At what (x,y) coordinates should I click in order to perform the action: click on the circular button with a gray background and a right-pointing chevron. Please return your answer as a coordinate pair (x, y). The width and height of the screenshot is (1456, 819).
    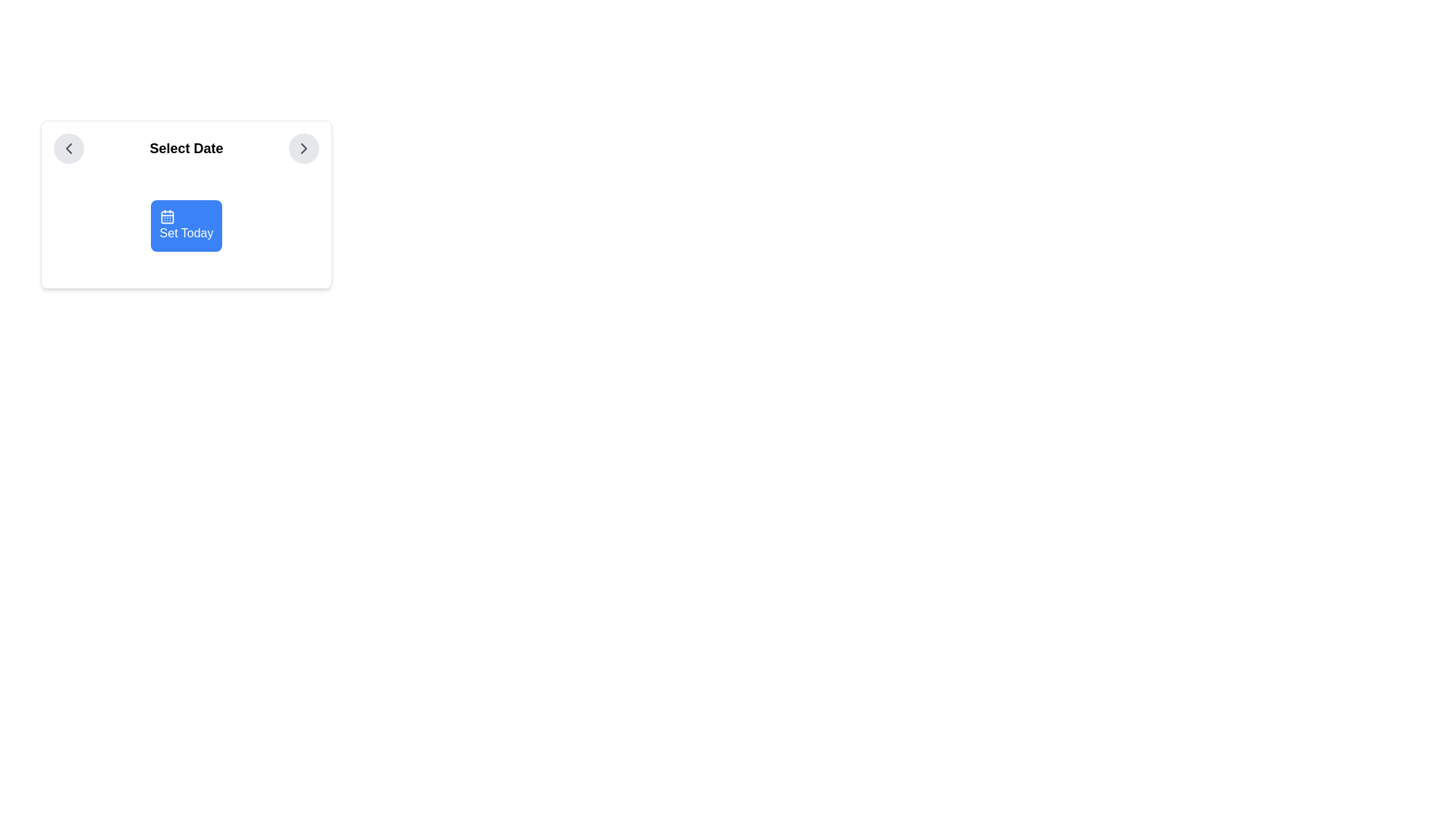
    Looking at the image, I should click on (303, 149).